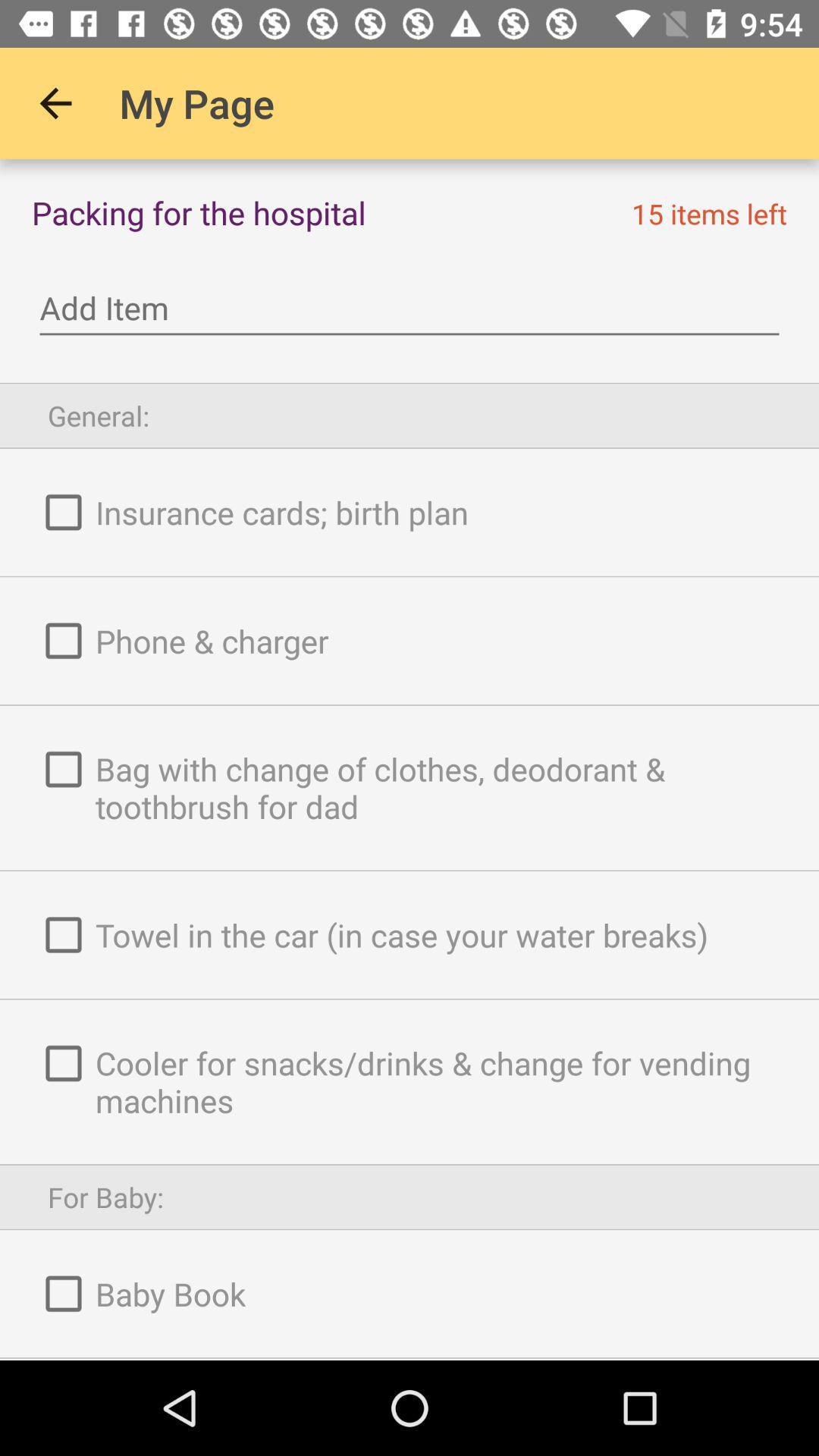 This screenshot has width=819, height=1456. Describe the element at coordinates (55, 102) in the screenshot. I see `icon above packing for the item` at that location.